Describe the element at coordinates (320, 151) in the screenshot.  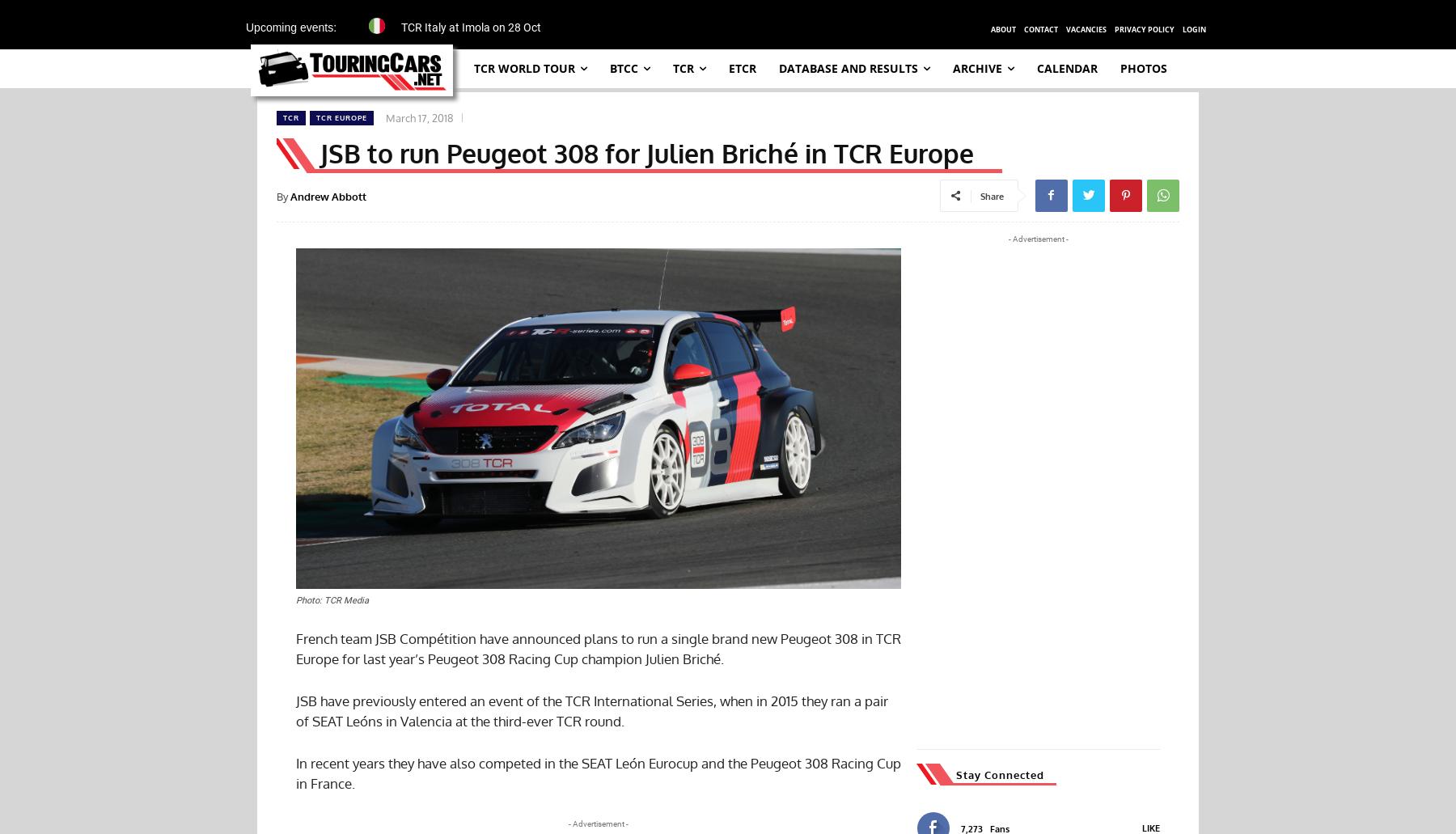
I see `'JSB to run Peugeot 308 for Julien Briché in TCR Europe'` at that location.